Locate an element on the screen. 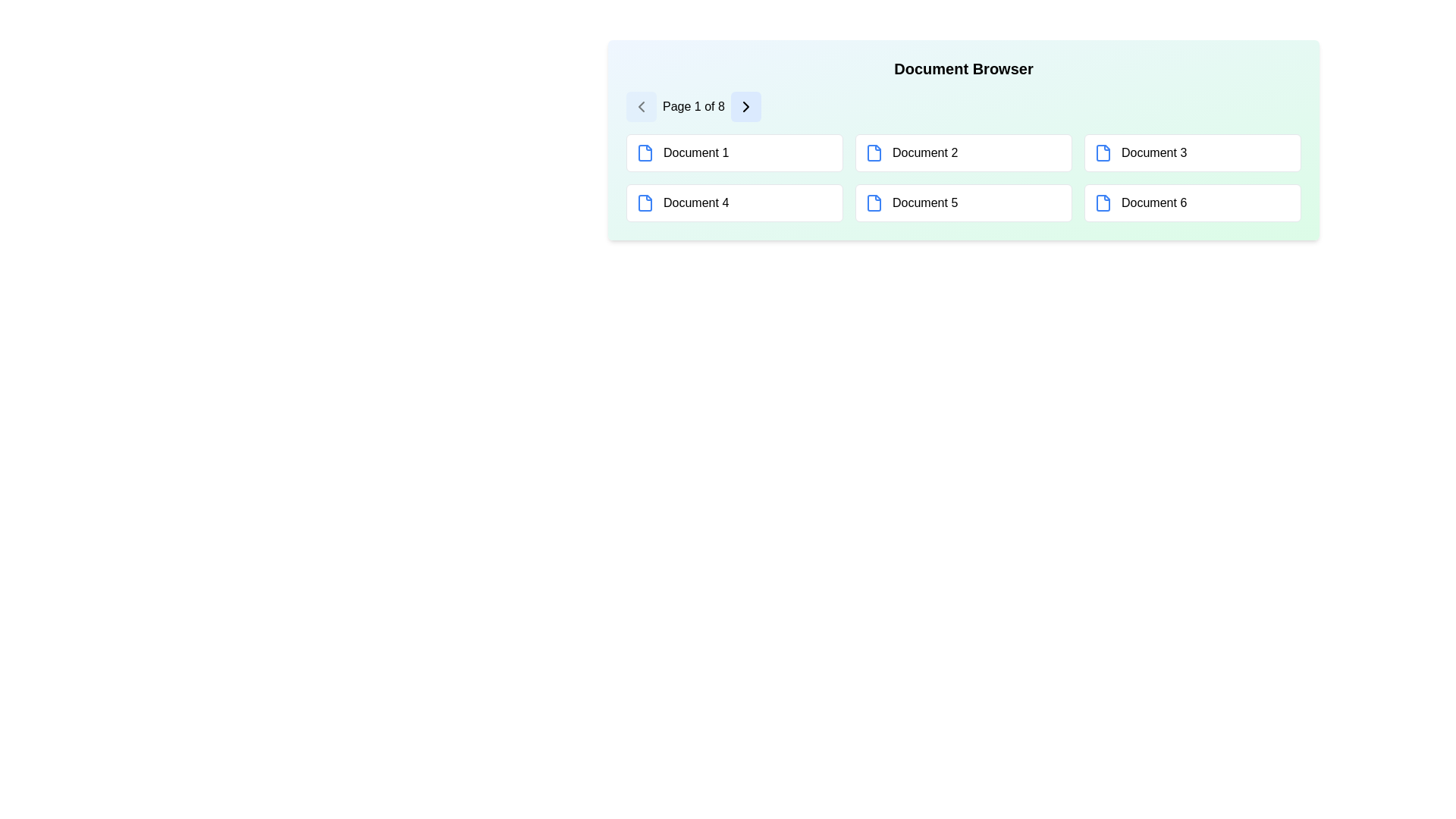 This screenshot has height=819, width=1456. the icon representing the document labeled 'Document 5' is located at coordinates (874, 202).